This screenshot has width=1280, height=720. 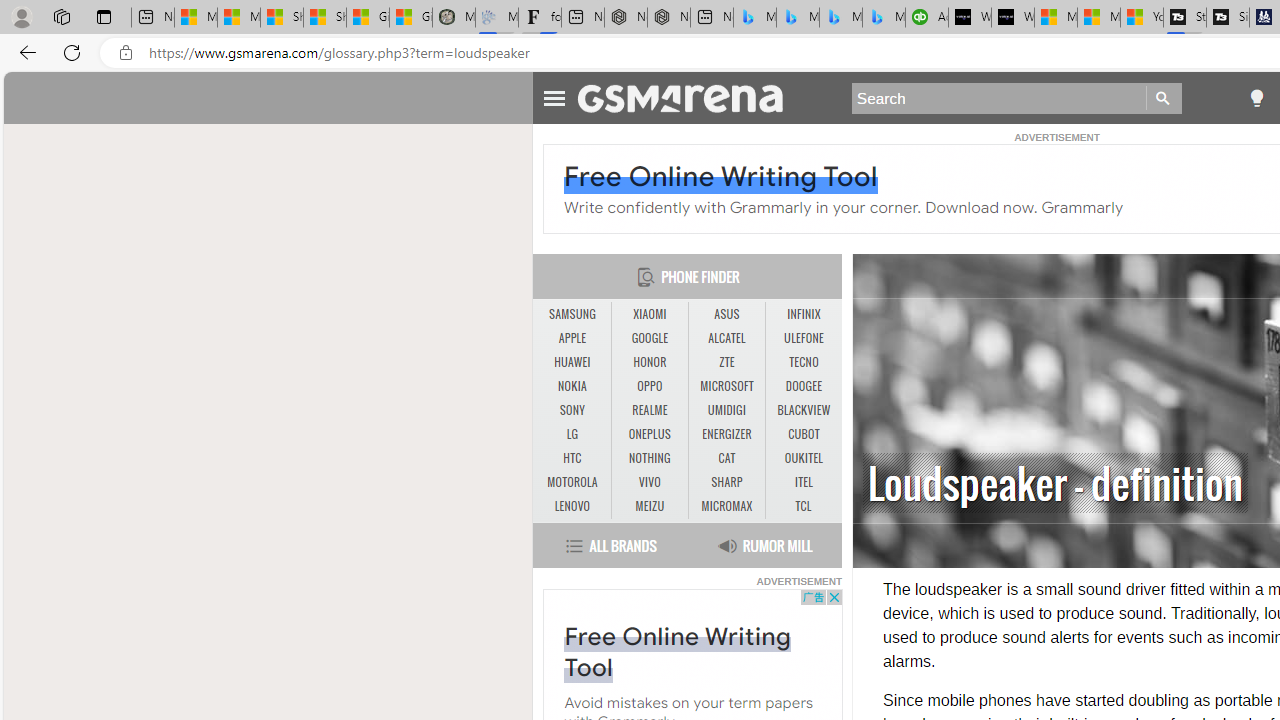 I want to click on 'HUAWEI', so click(x=571, y=362).